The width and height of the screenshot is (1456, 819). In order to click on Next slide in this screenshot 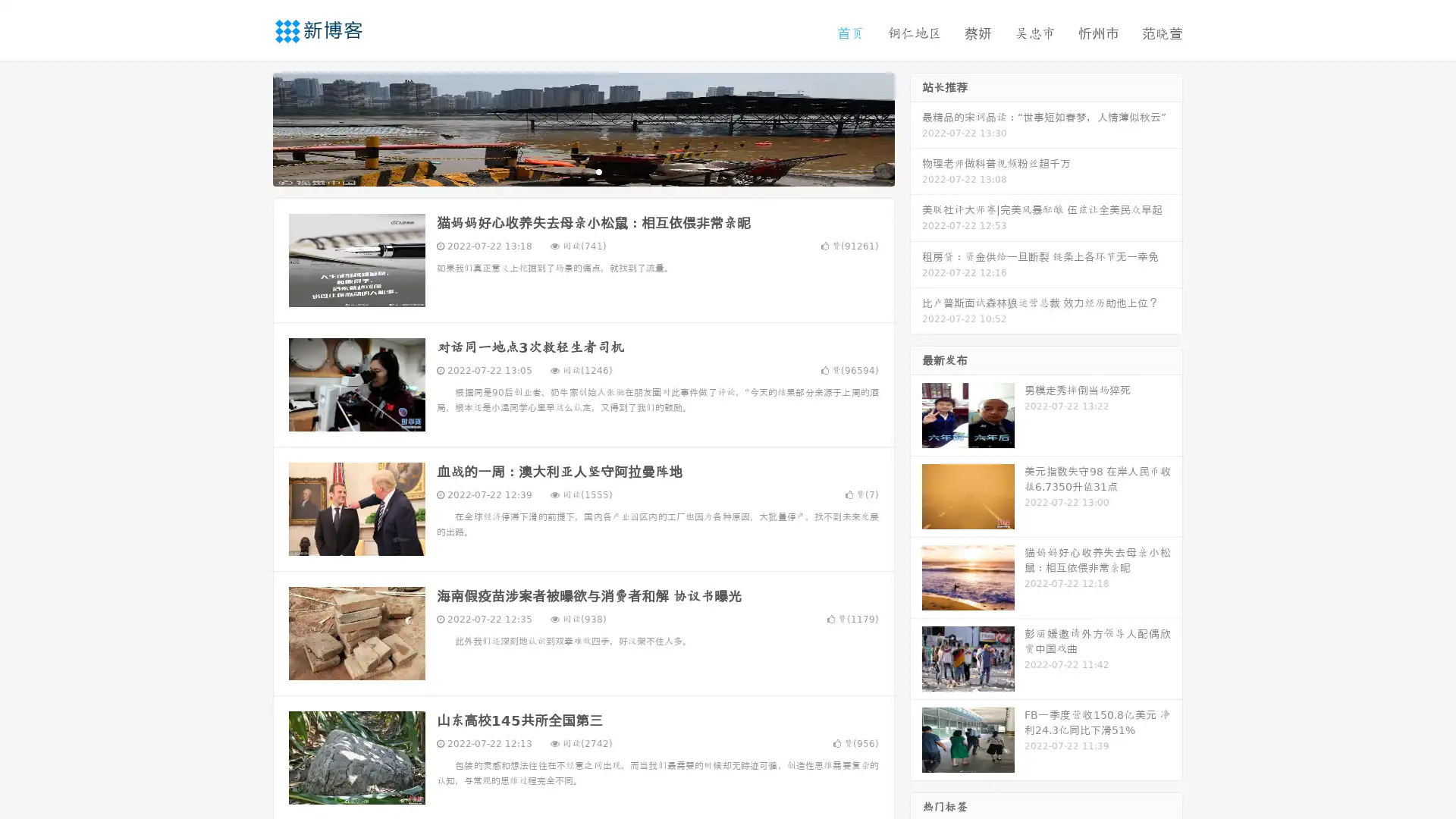, I will do `click(916, 127)`.